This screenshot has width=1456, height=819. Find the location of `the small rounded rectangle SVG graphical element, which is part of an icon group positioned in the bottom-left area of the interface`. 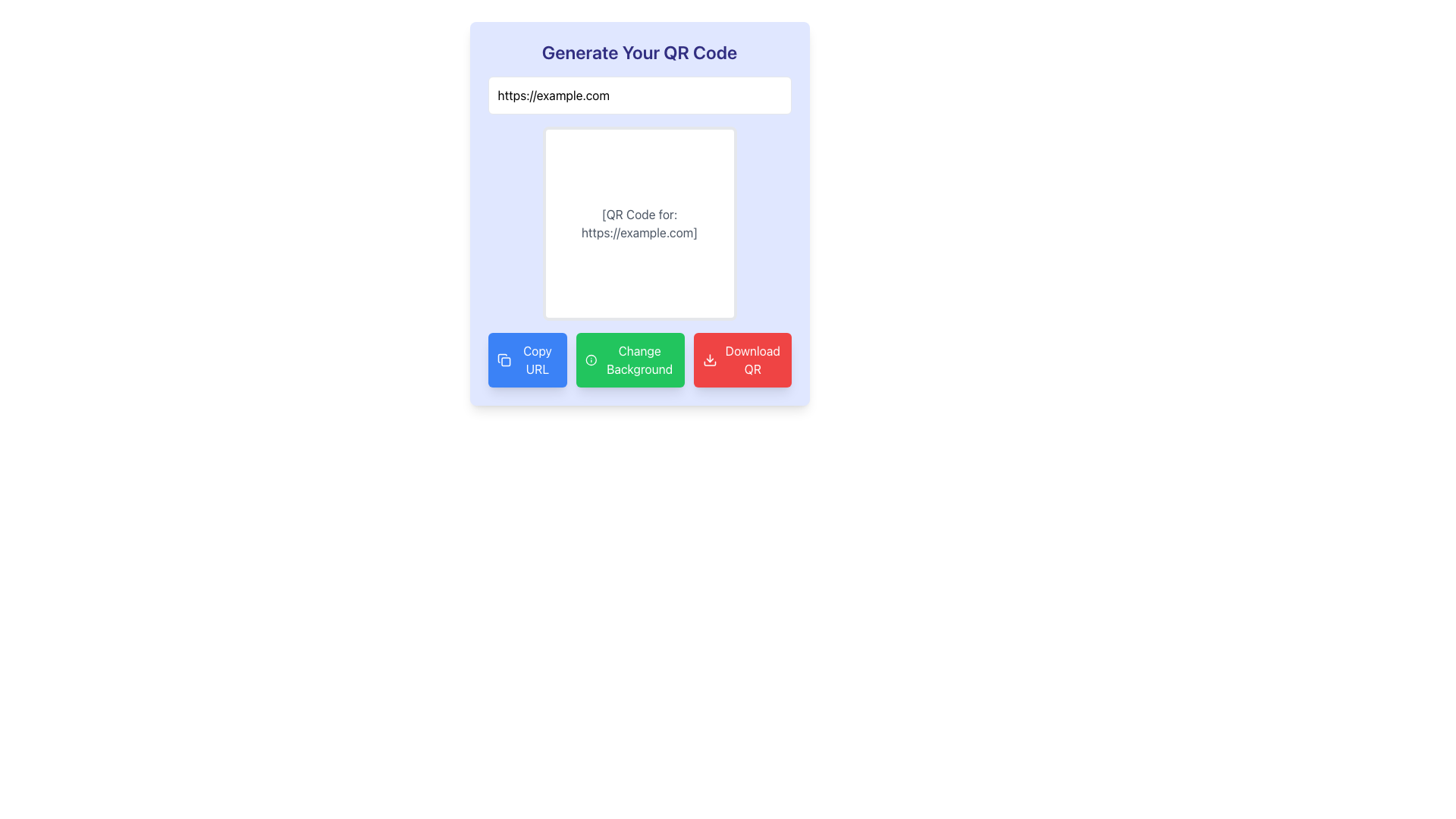

the small rounded rectangle SVG graphical element, which is part of an icon group positioned in the bottom-left area of the interface is located at coordinates (505, 362).